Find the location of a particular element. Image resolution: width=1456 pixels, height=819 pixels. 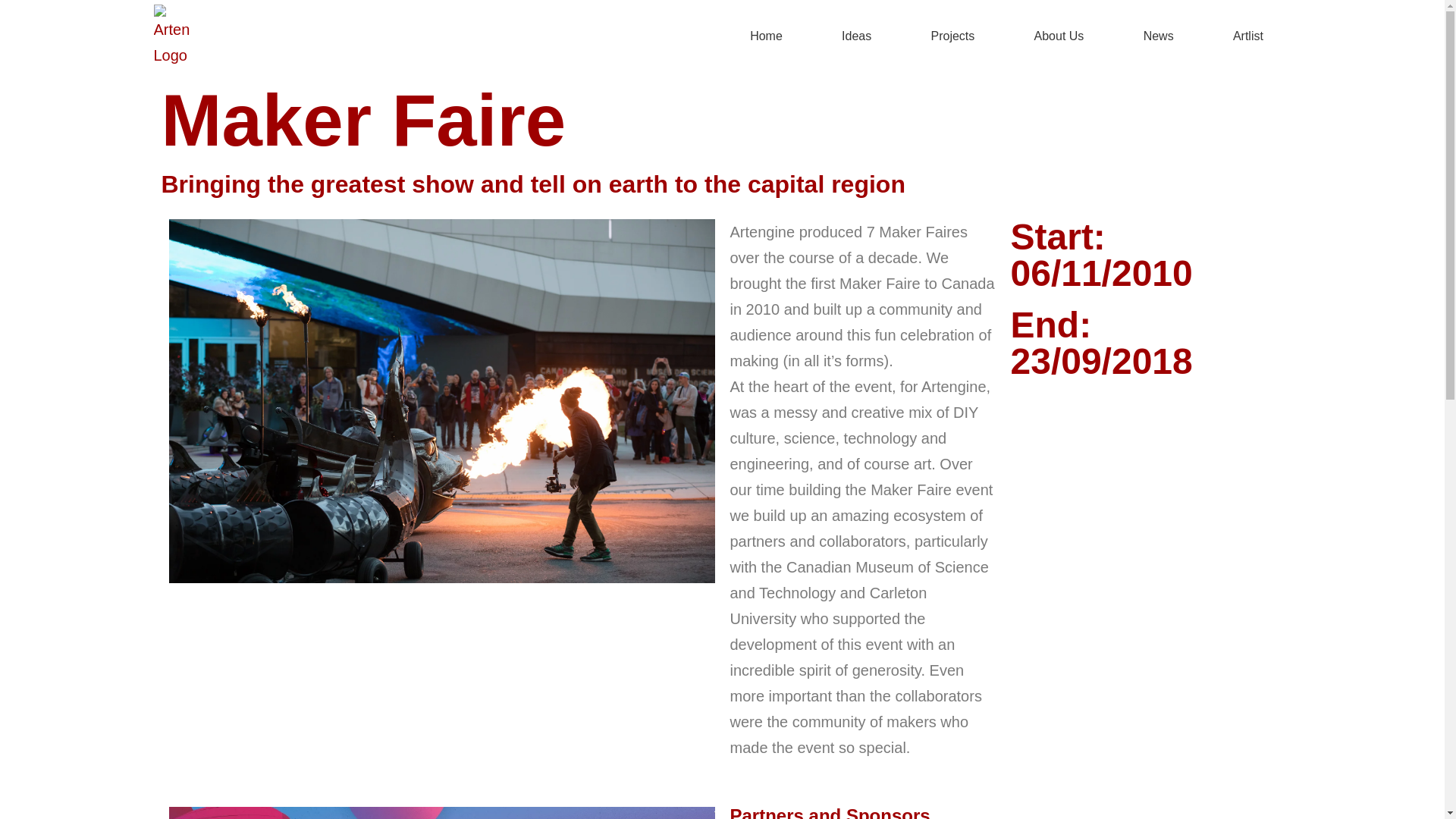

'Ideas' is located at coordinates (855, 35).